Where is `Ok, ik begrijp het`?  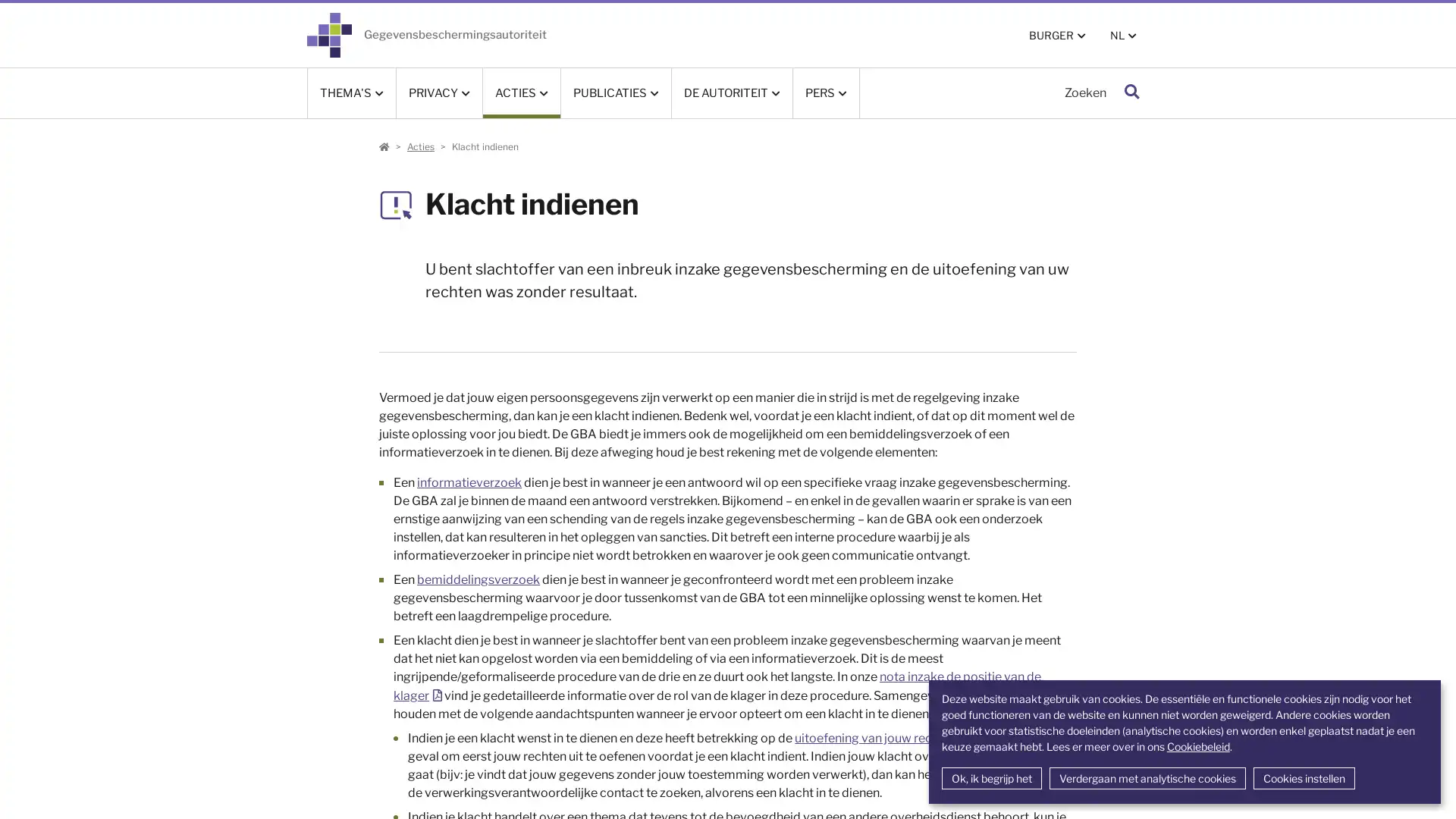 Ok, ik begrijp het is located at coordinates (990, 778).